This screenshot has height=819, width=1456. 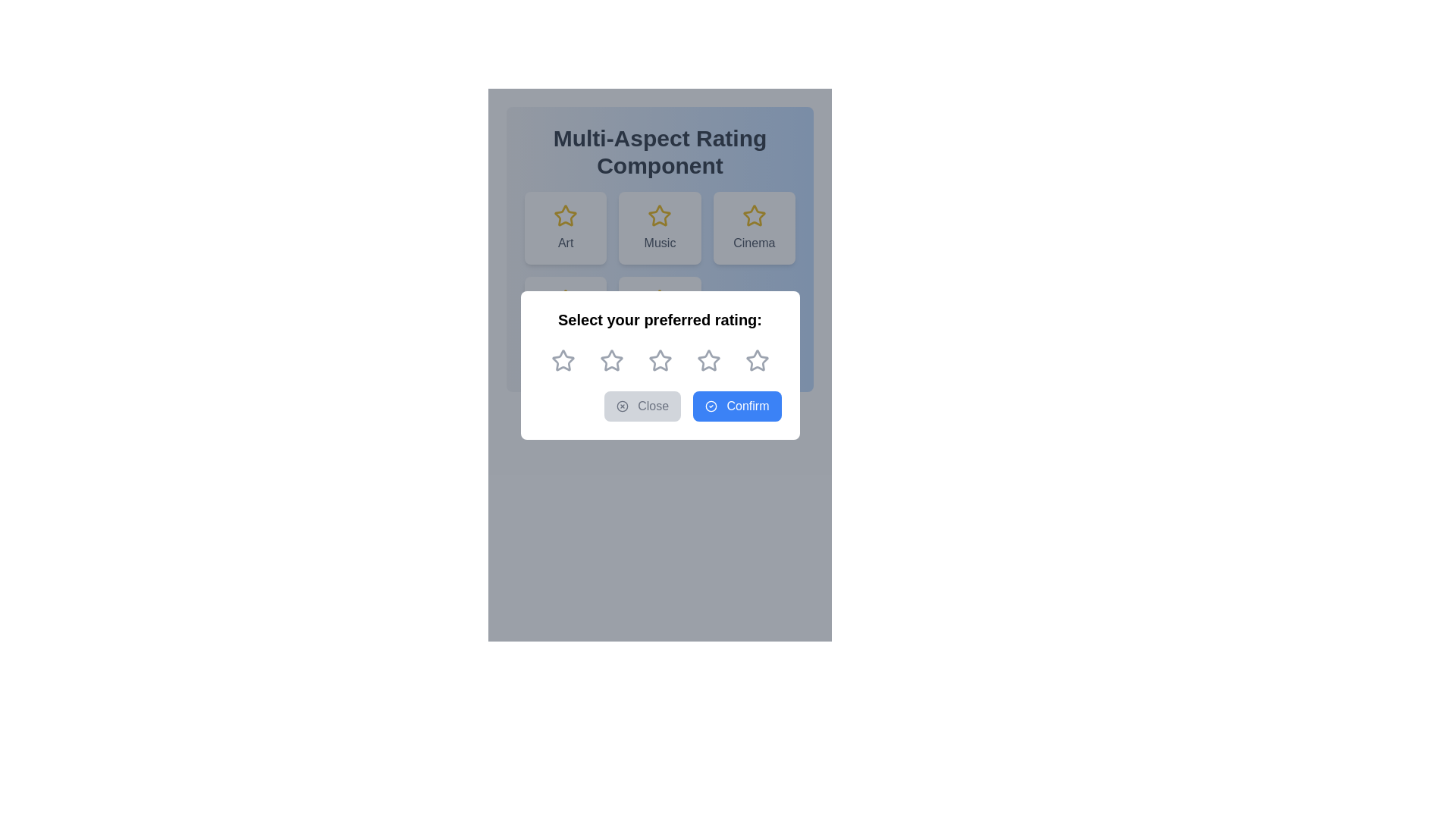 What do you see at coordinates (565, 227) in the screenshot?
I see `the 'Art' category card located in the top left section of the selectable categories grid` at bounding box center [565, 227].